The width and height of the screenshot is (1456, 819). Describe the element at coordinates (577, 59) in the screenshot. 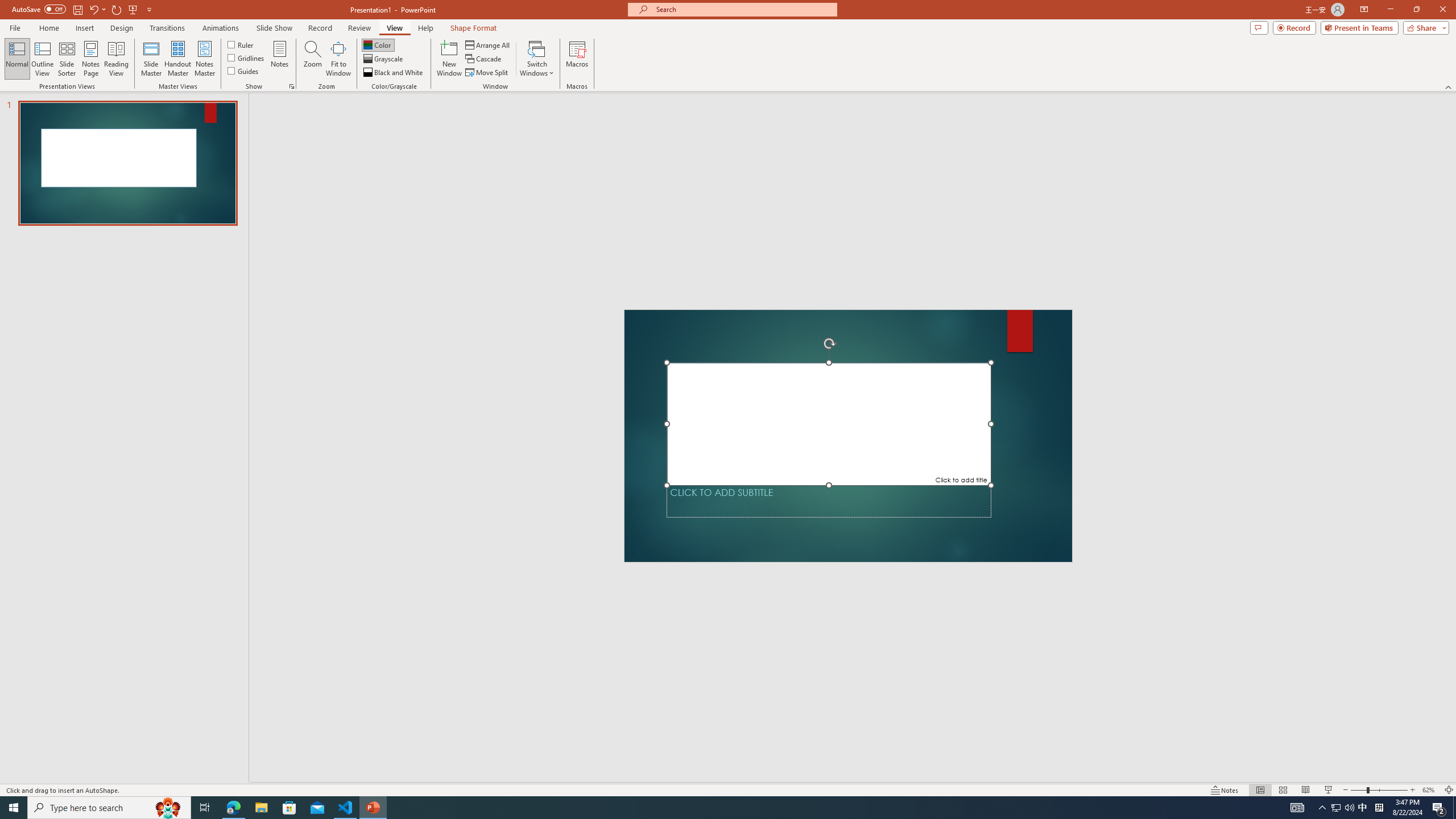

I see `'Macros'` at that location.